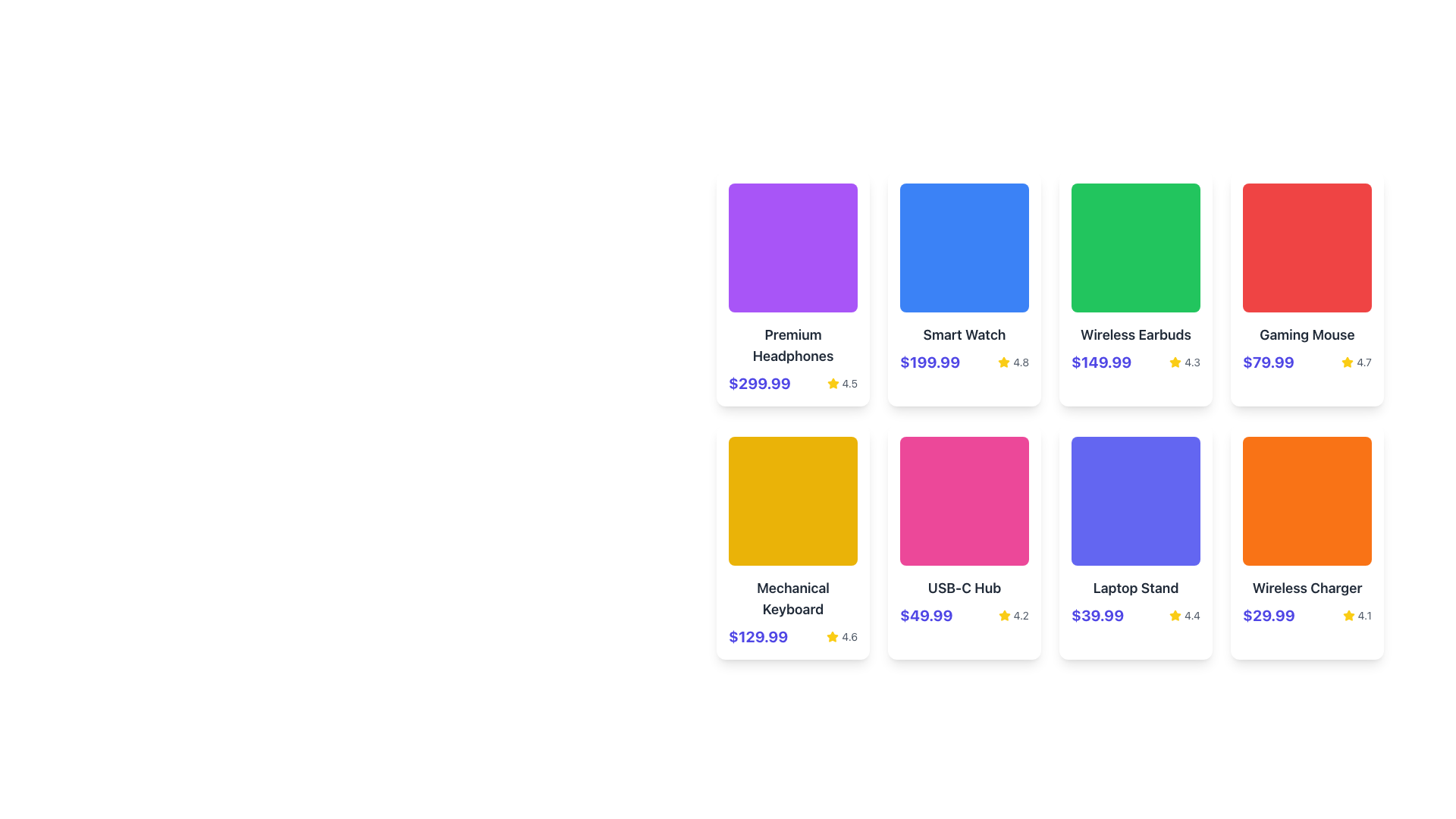  I want to click on the 'Gaming Mouse' text label located in the fourth card of the top row, so click(1306, 334).